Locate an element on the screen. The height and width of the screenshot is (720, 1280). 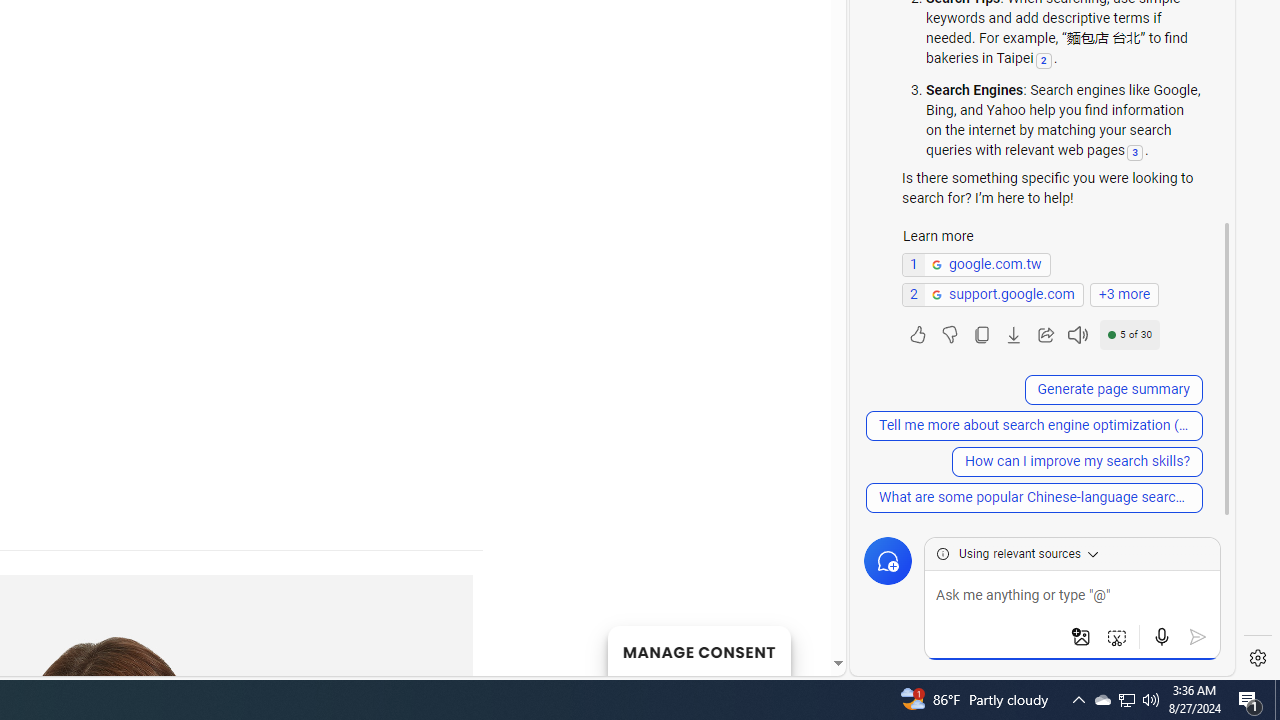
'MANAGE CONSENT' is located at coordinates (698, 650).